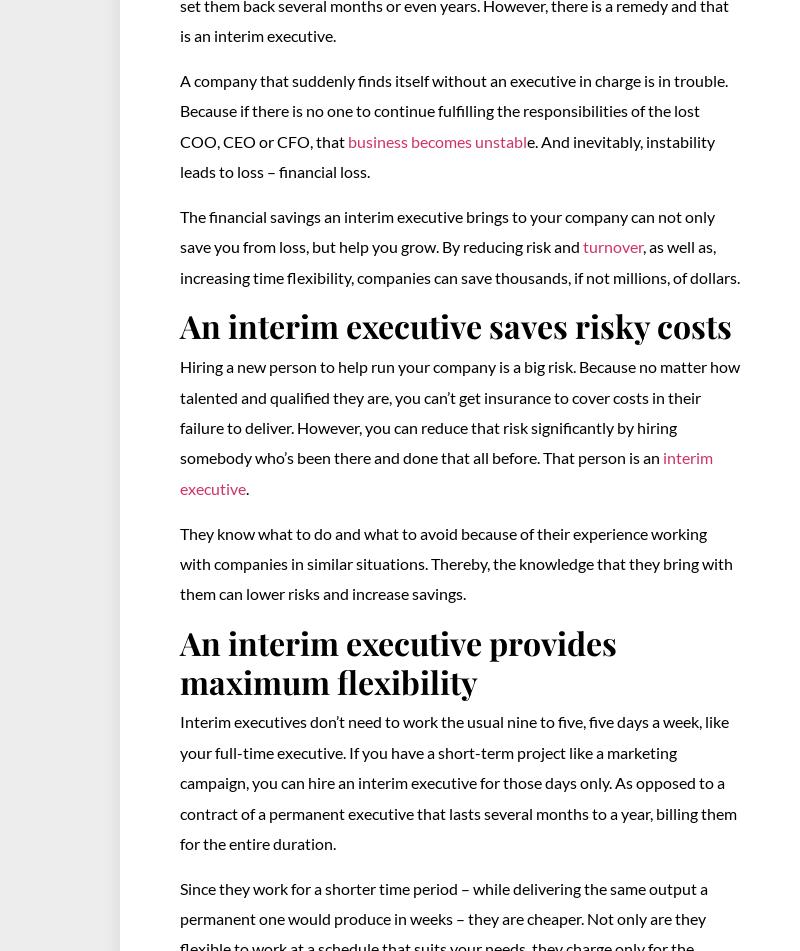 This screenshot has height=951, width=800. I want to click on 'turnover', so click(612, 246).